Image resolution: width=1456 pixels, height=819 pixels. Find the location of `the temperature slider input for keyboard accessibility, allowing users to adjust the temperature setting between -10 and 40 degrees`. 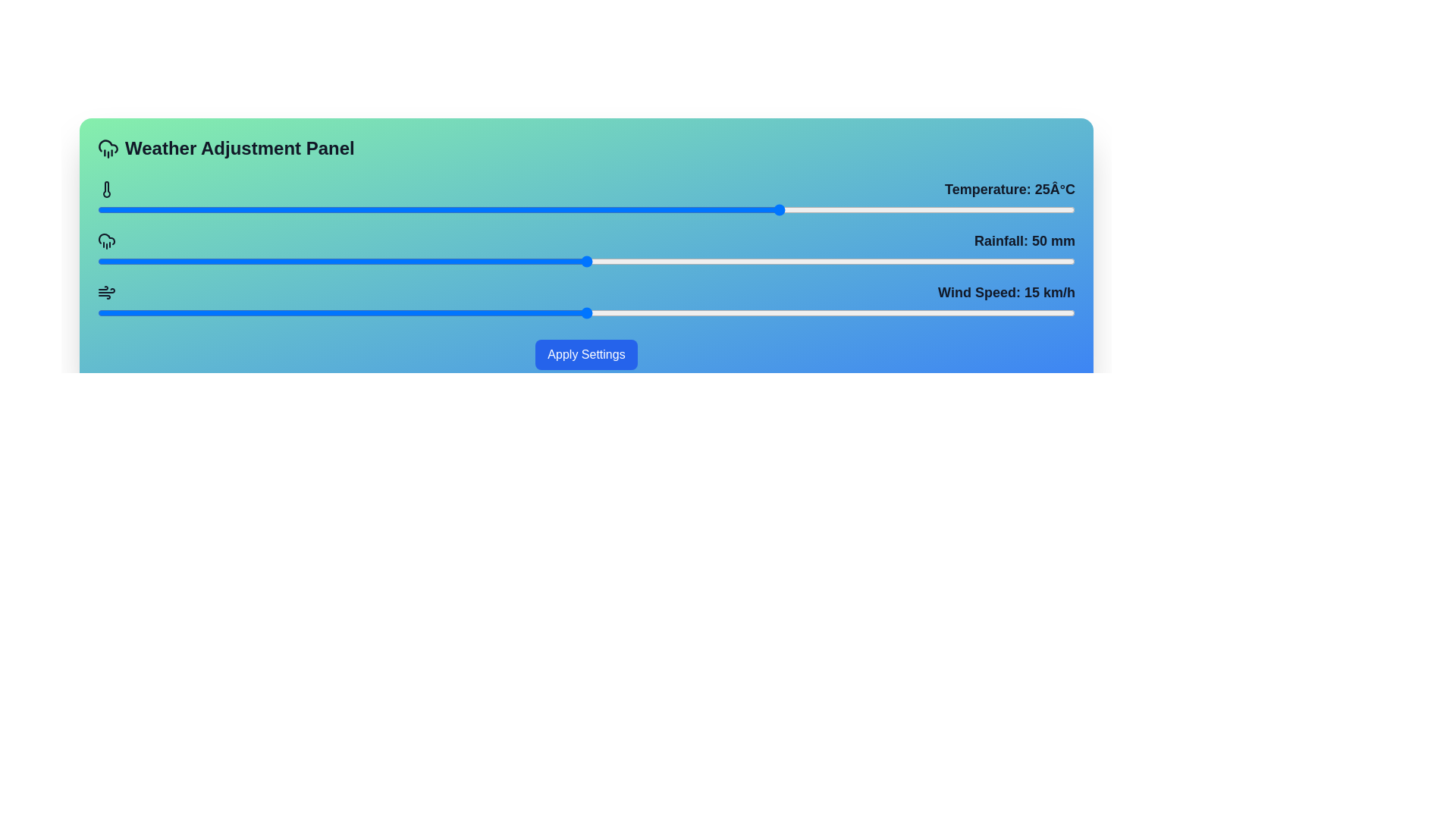

the temperature slider input for keyboard accessibility, allowing users to adjust the temperature setting between -10 and 40 degrees is located at coordinates (585, 210).